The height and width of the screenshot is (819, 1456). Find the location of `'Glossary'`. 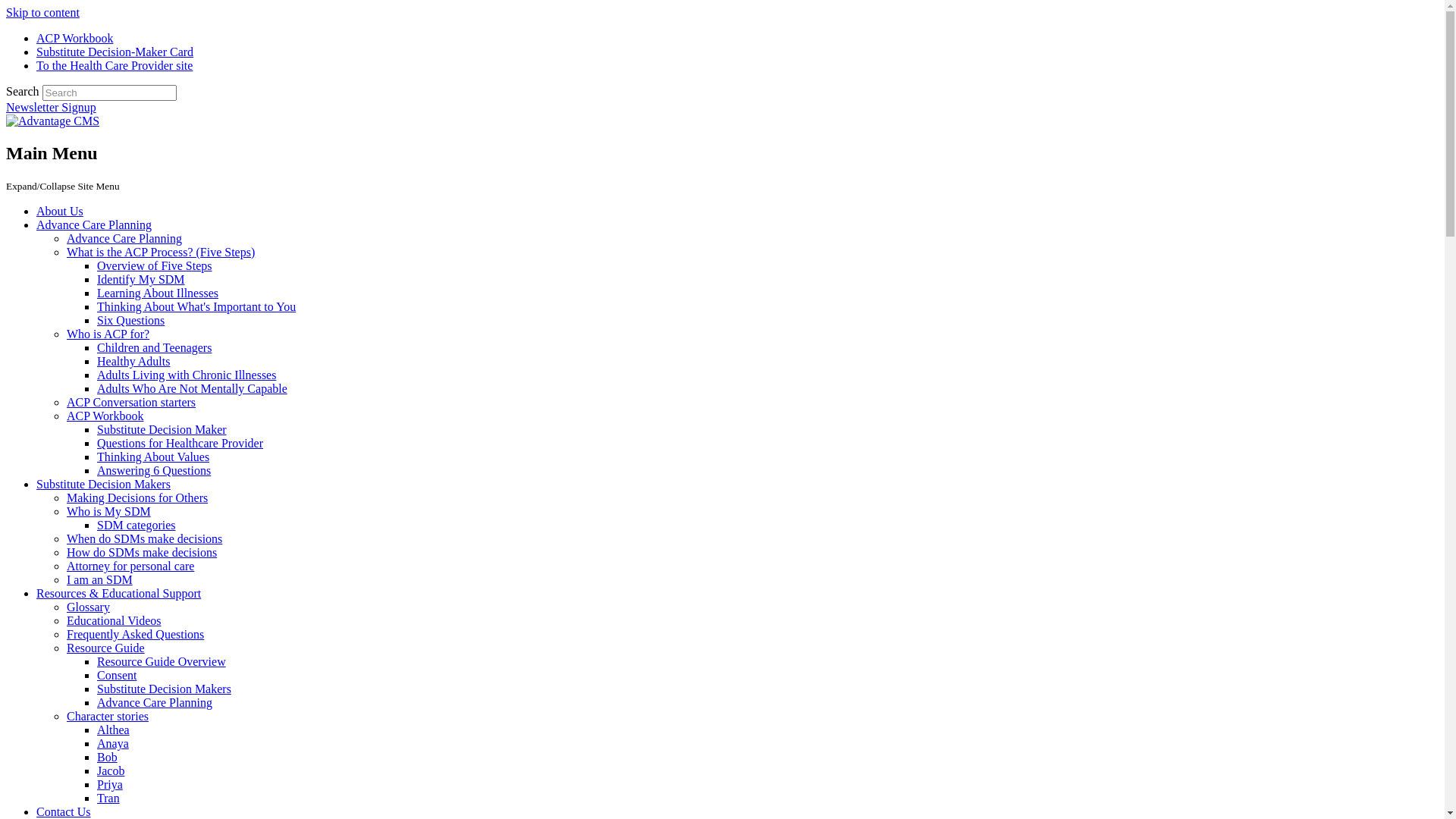

'Glossary' is located at coordinates (87, 606).